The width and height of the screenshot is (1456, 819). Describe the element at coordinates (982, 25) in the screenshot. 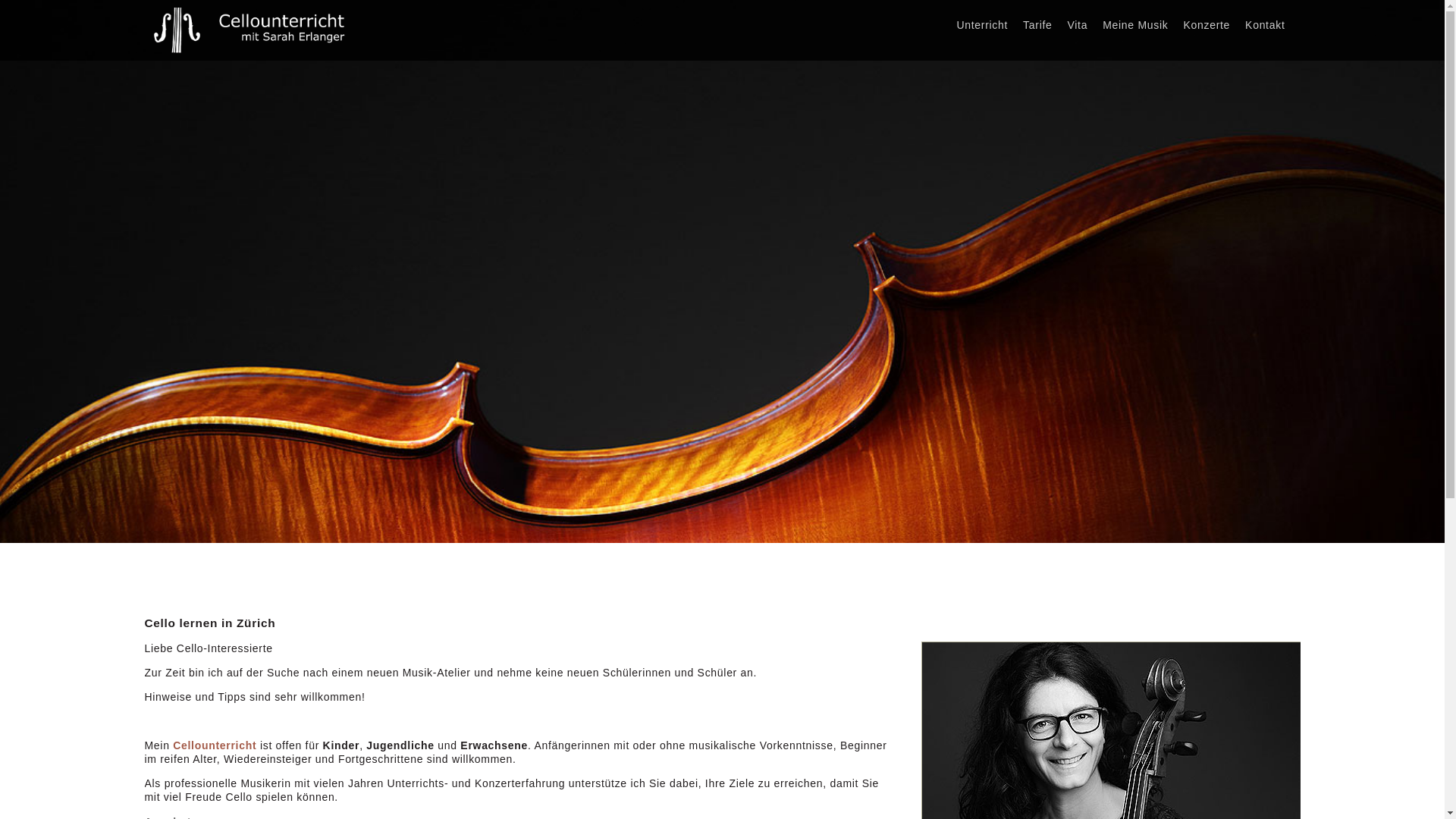

I see `'Unterricht'` at that location.